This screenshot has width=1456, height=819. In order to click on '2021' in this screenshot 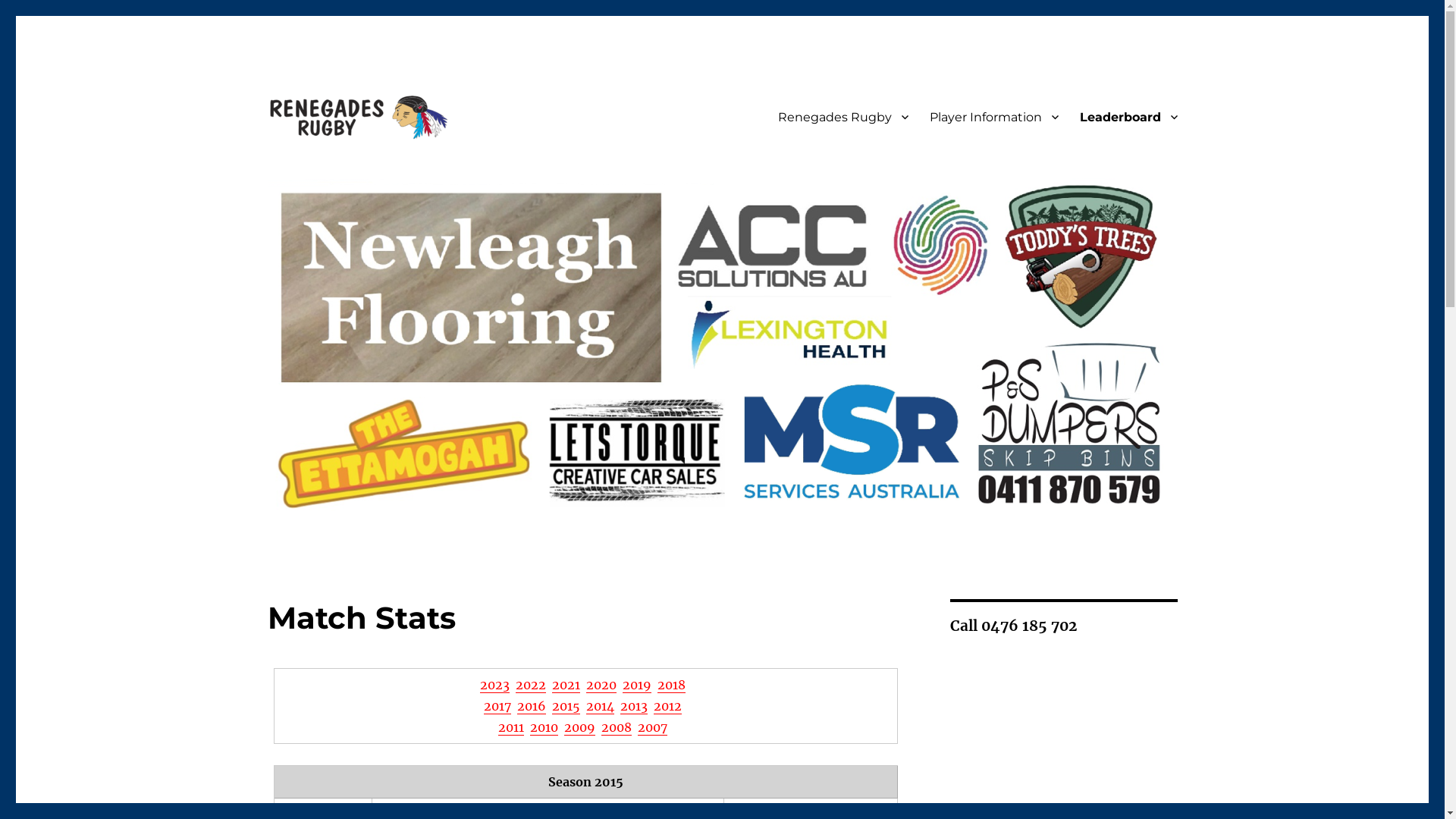, I will do `click(565, 684)`.